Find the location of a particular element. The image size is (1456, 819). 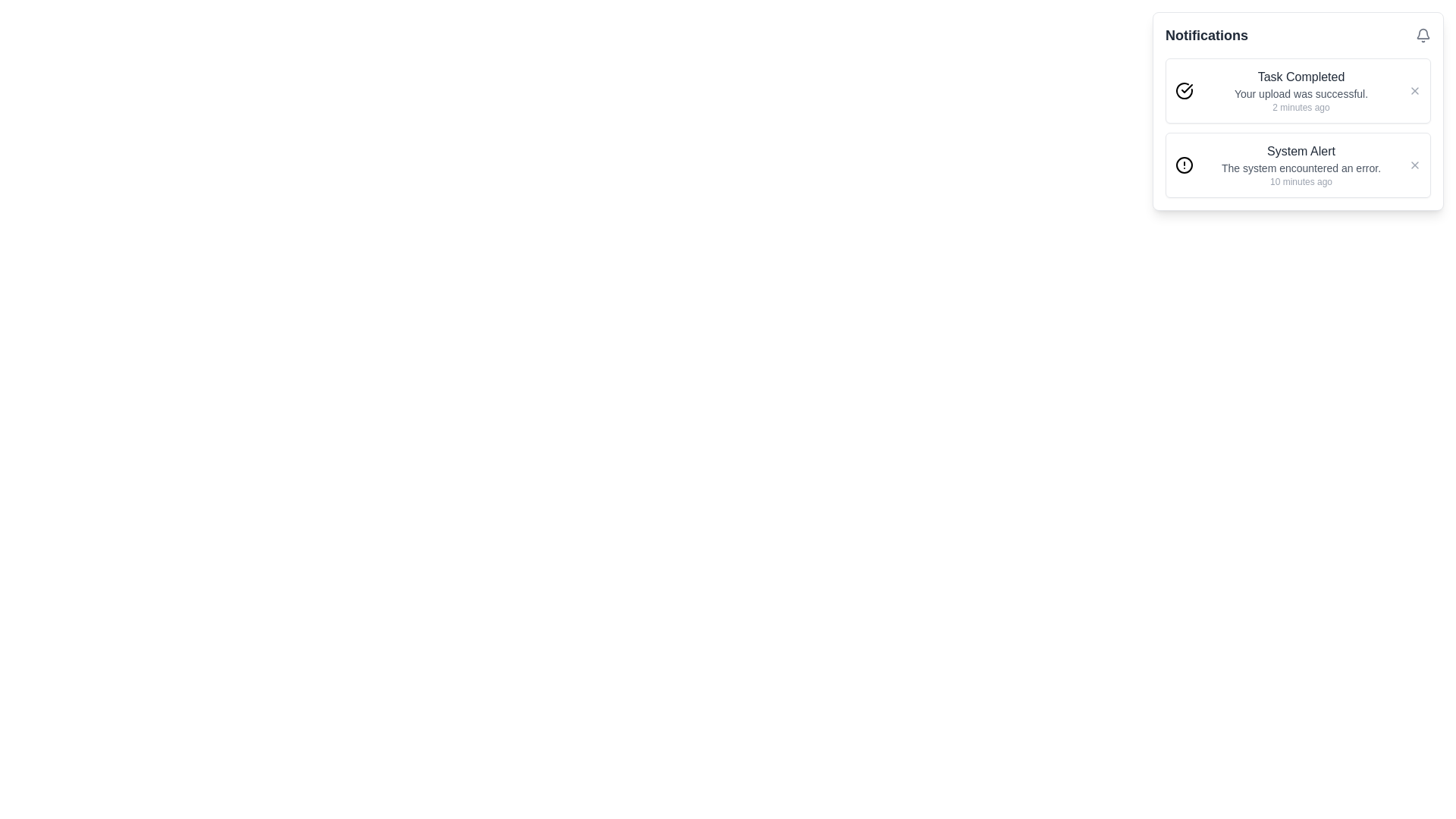

the text label displaying 'Your upload was successful.' which is styled in gray and positioned below 'Task Completed' is located at coordinates (1301, 93).